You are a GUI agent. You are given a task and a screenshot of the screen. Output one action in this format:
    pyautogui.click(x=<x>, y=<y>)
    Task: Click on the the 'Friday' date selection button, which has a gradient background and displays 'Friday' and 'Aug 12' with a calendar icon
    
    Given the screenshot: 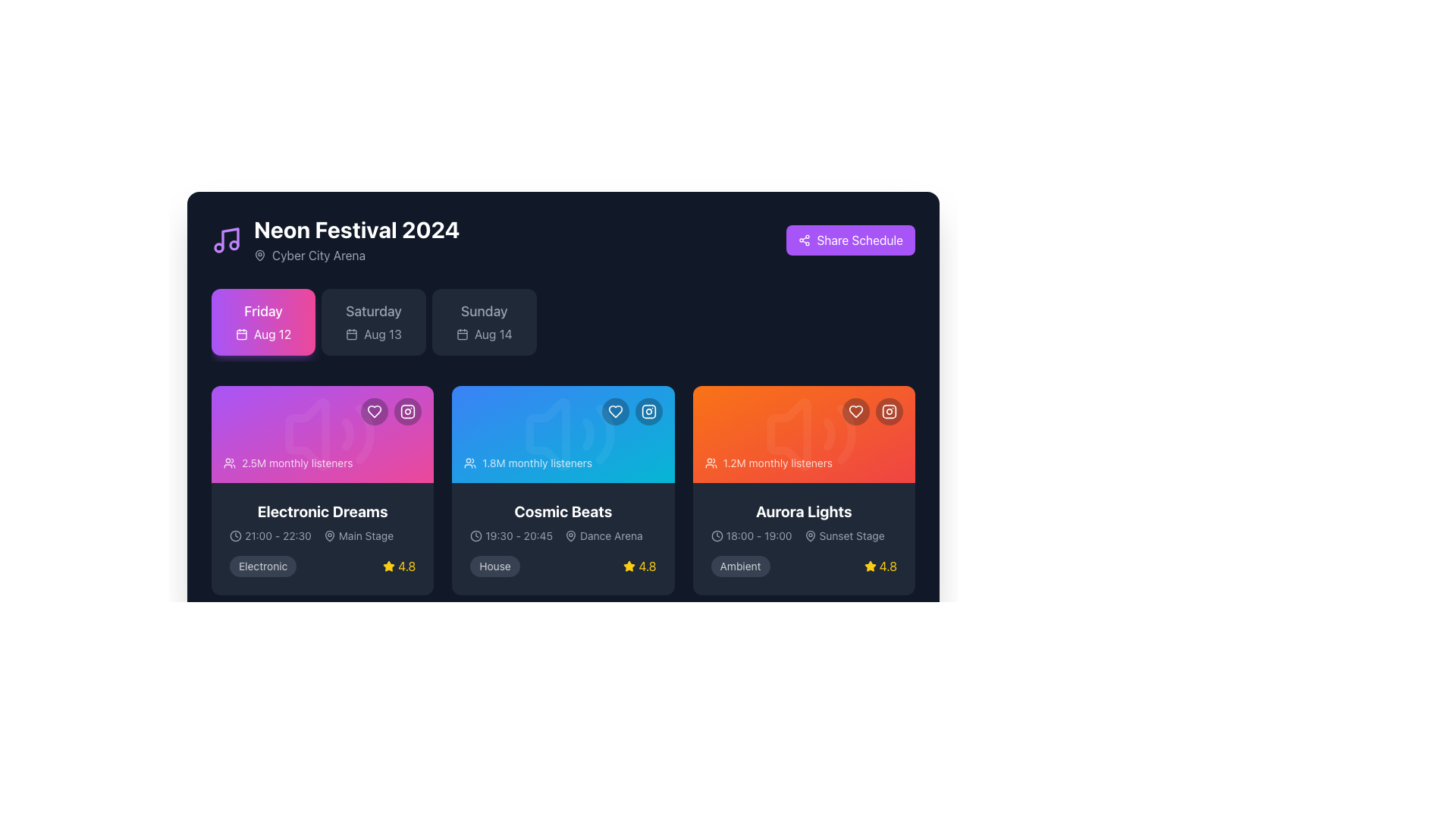 What is the action you would take?
    pyautogui.click(x=263, y=321)
    